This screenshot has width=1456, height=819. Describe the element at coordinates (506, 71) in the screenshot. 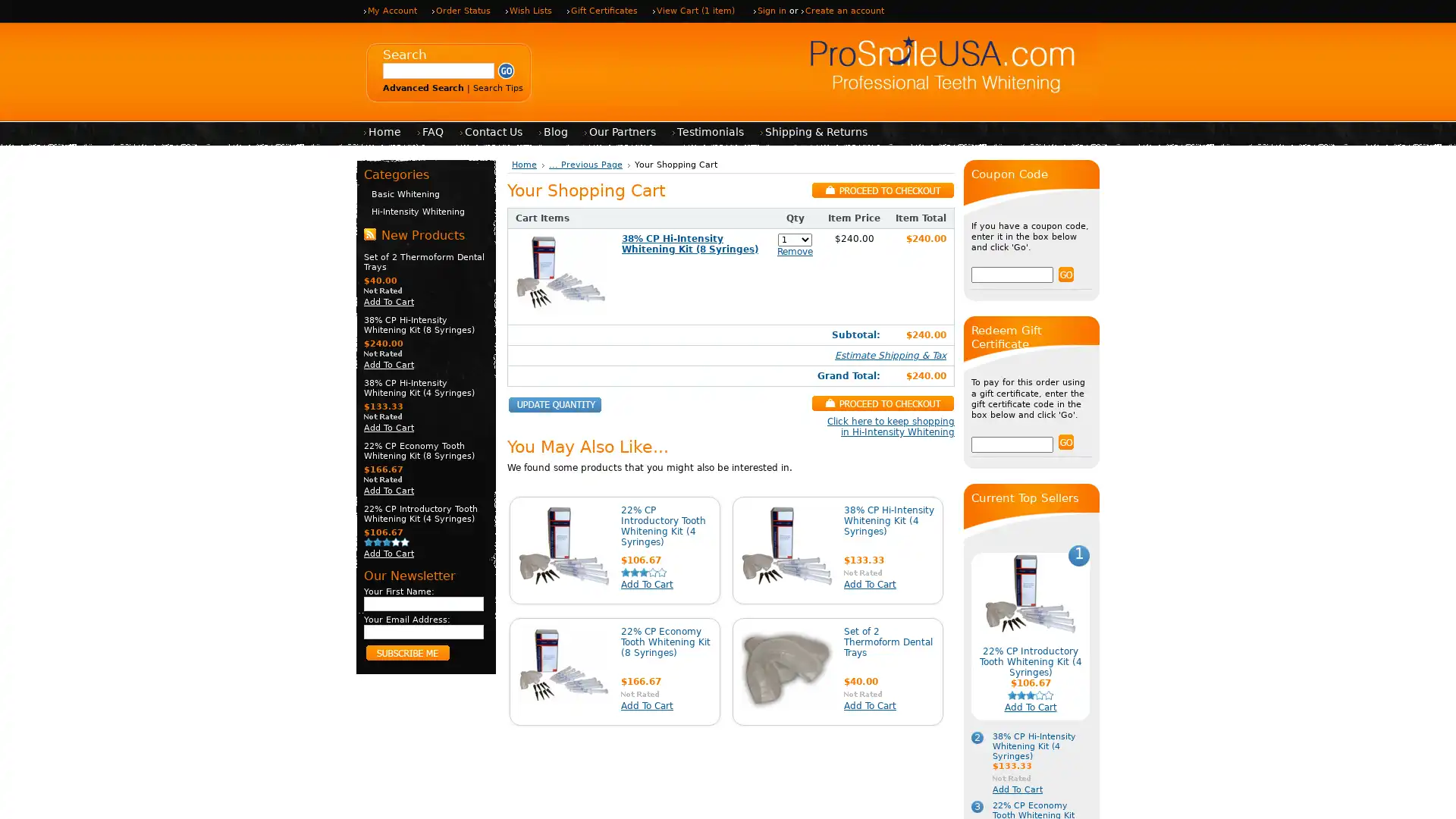

I see `Submit` at that location.